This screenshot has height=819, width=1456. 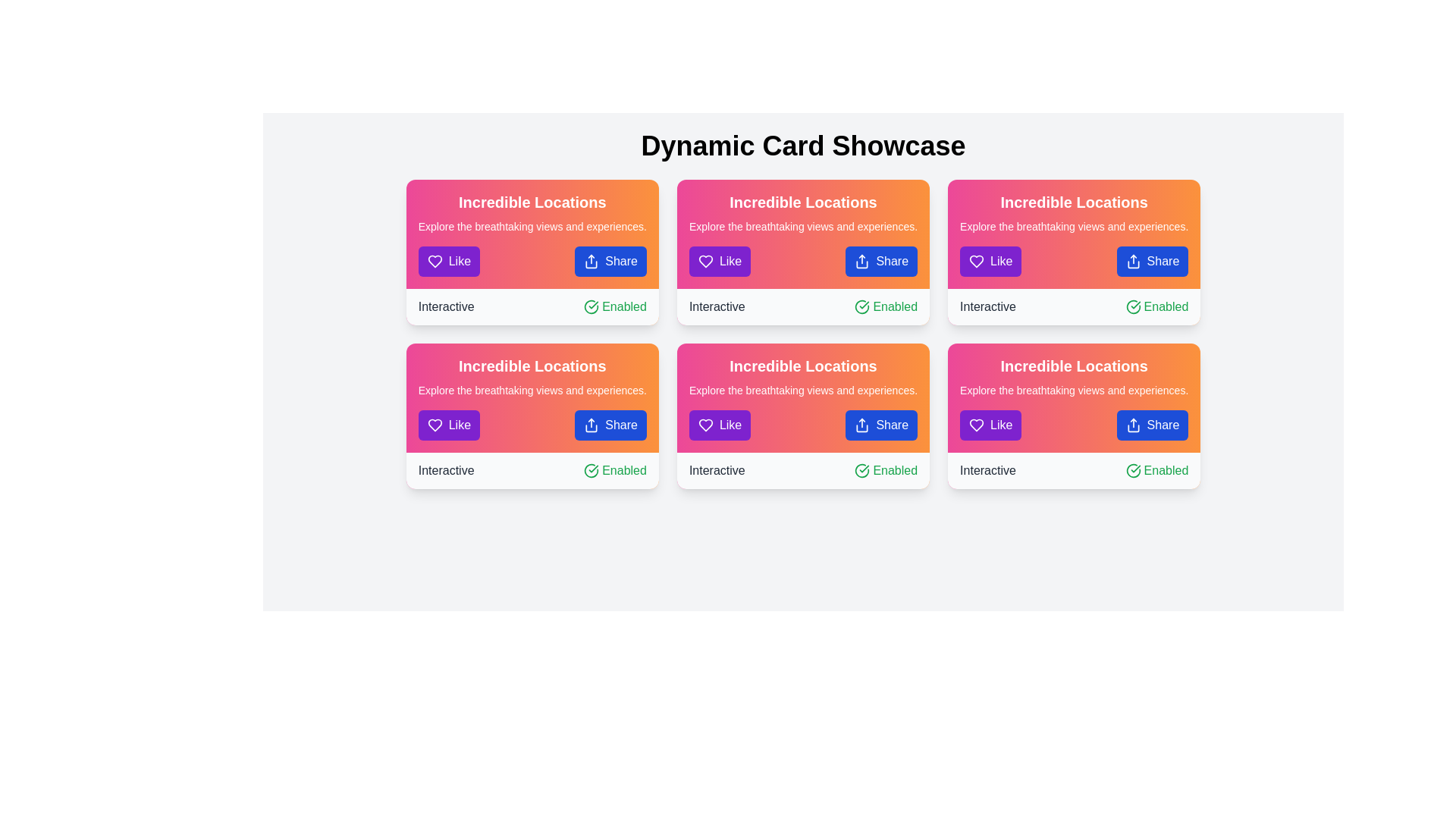 I want to click on the share icon, which is a stylized upward arrow integrated with the word 'Share' in a rounded blue rectangle button located at the bottom right of the card, so click(x=591, y=425).